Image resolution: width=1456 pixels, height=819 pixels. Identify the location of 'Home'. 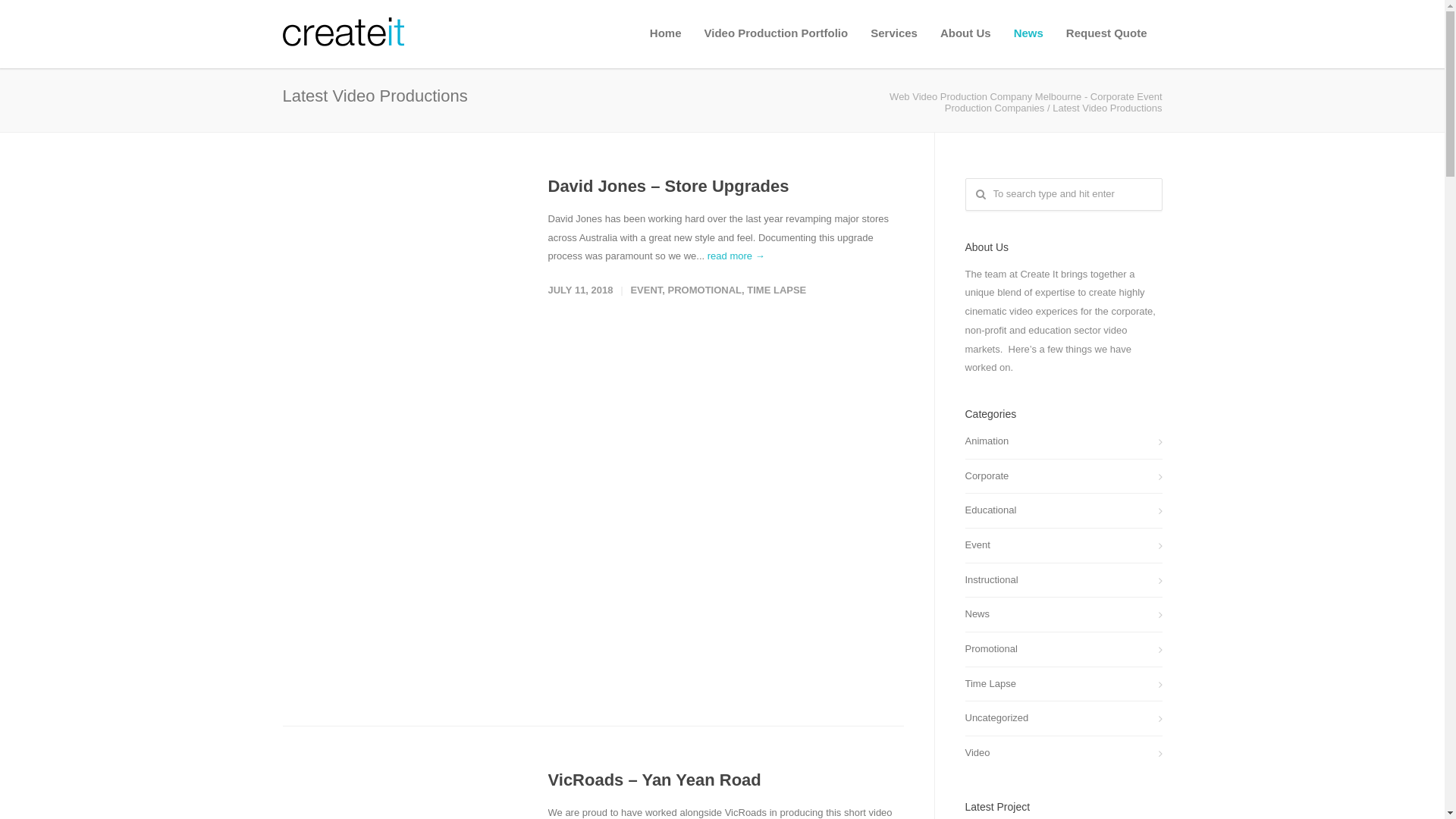
(666, 33).